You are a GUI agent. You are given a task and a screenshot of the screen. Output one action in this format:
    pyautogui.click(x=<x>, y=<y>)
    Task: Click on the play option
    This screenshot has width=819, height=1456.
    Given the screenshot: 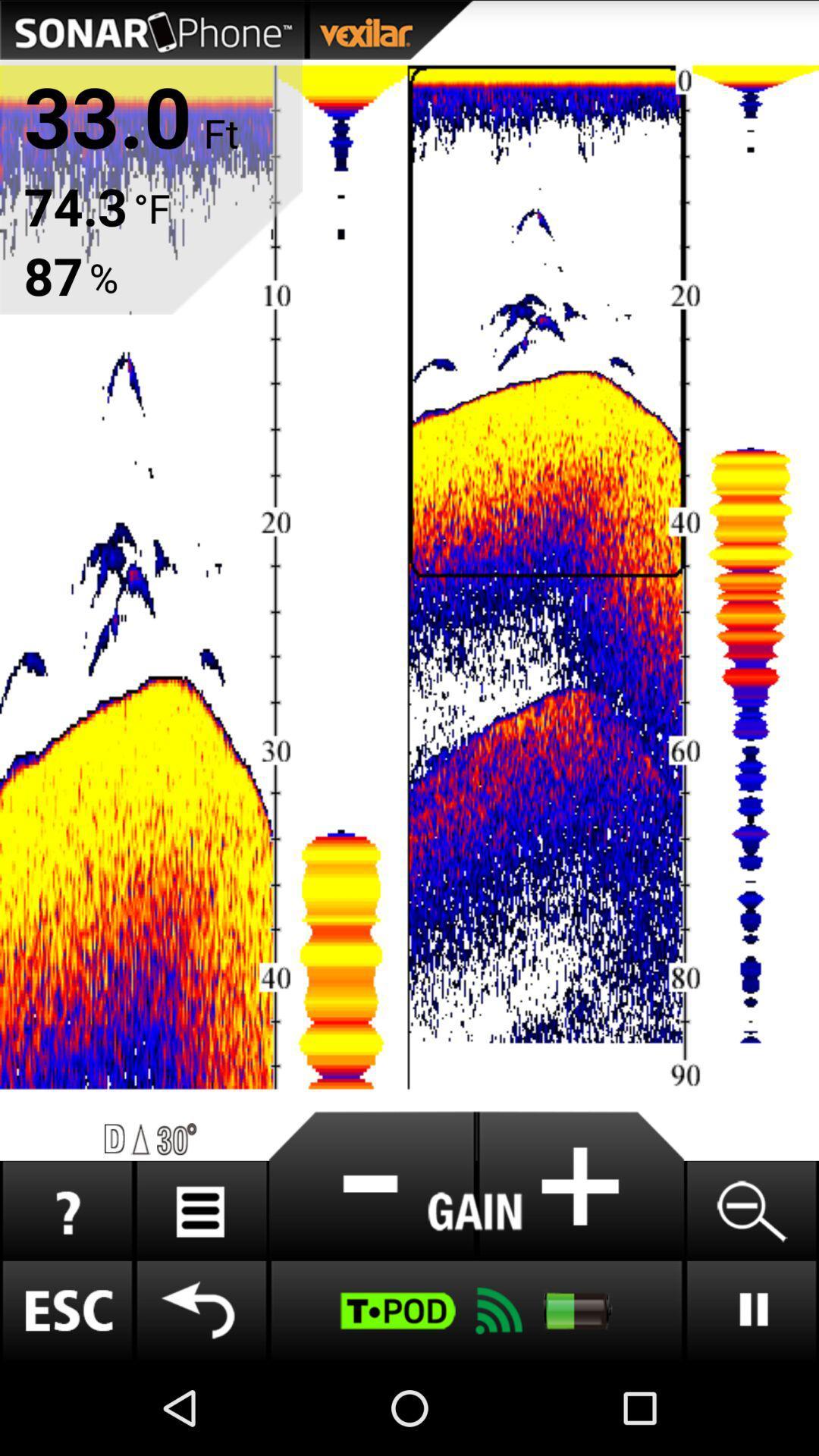 What is the action you would take?
    pyautogui.click(x=751, y=1310)
    